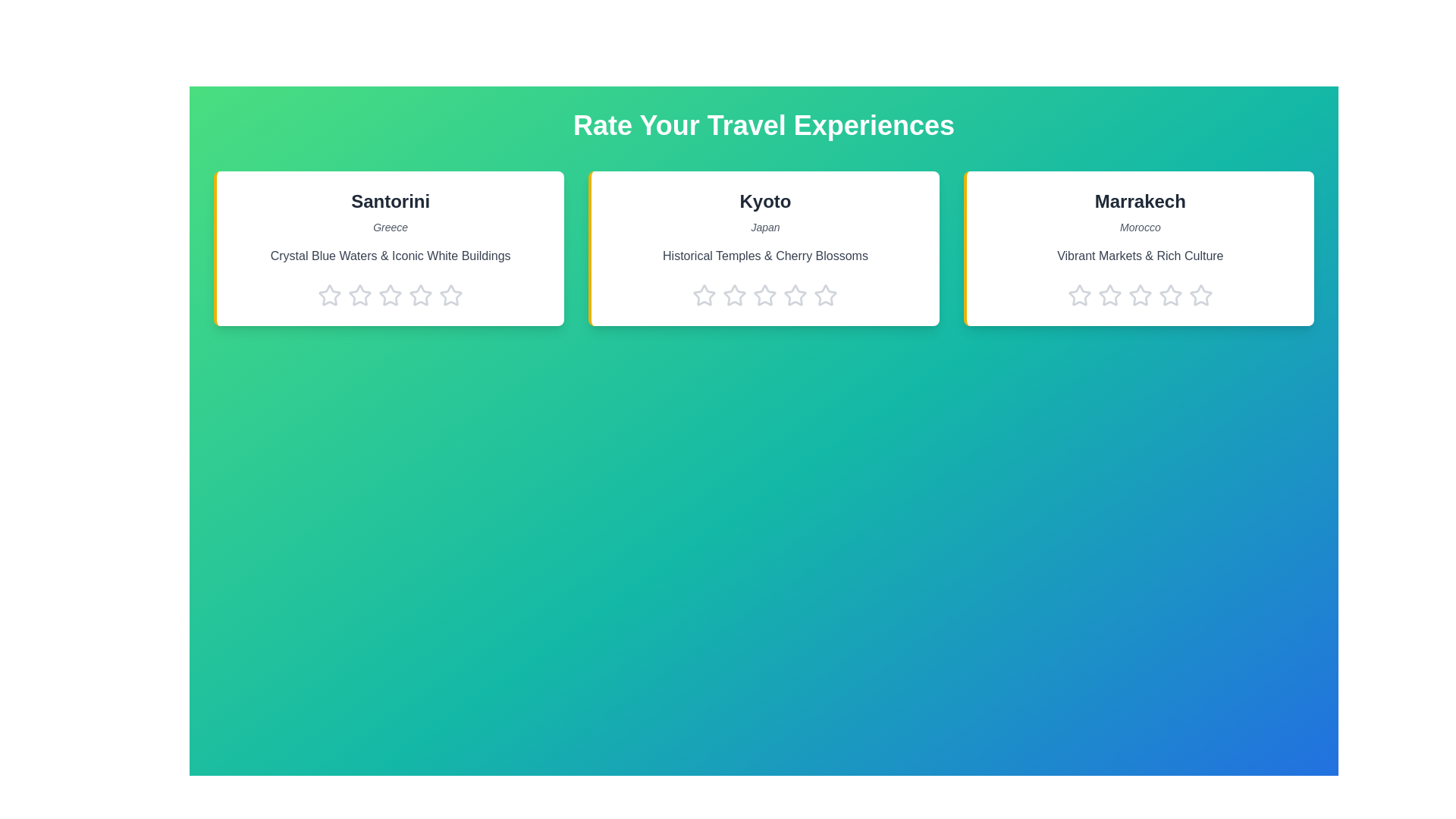 The width and height of the screenshot is (1456, 819). Describe the element at coordinates (1138, 247) in the screenshot. I see `the destination card for Marrakech to inspect its country information` at that location.